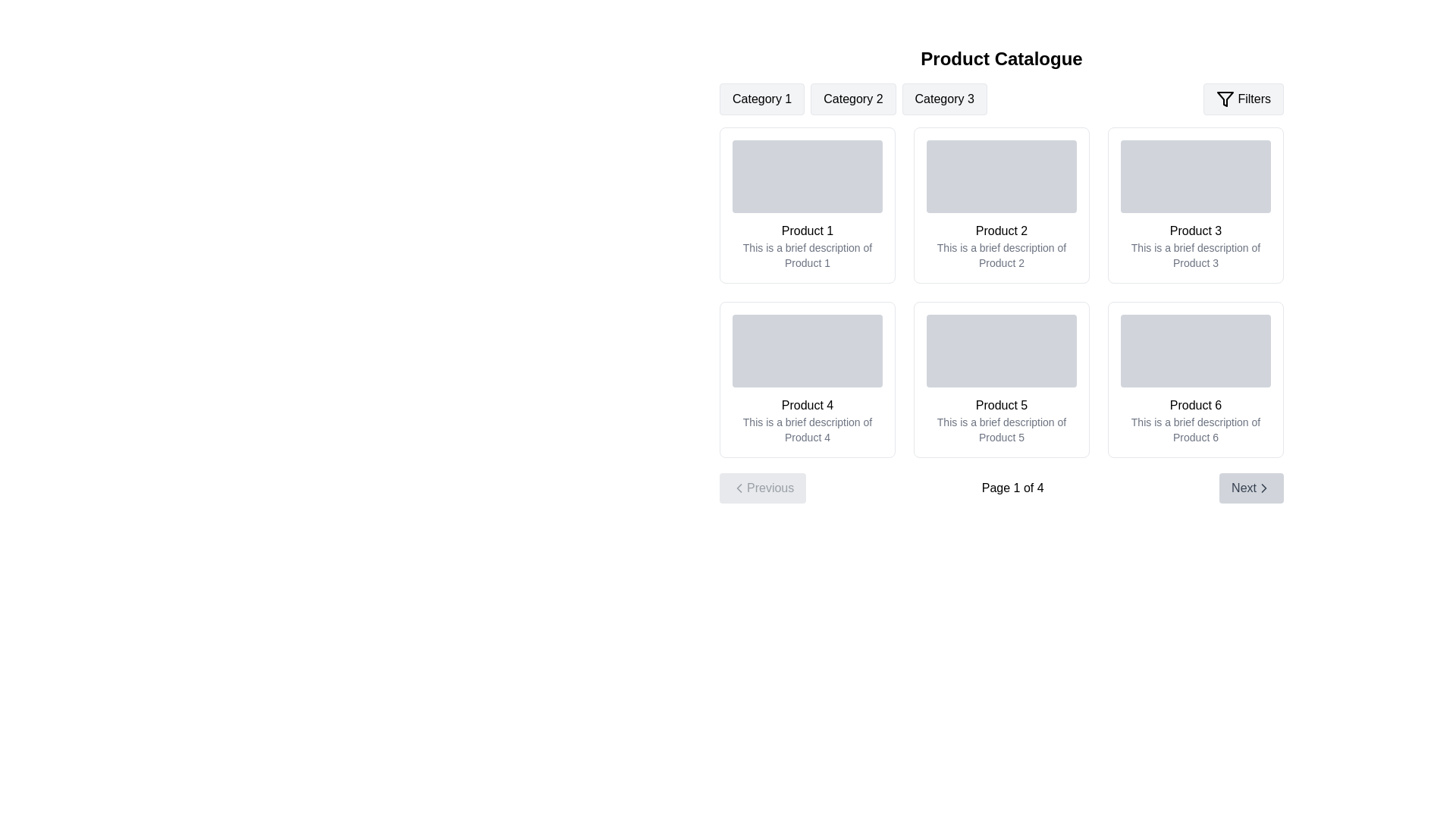 Image resolution: width=1456 pixels, height=819 pixels. I want to click on product's name and description from the first card in the top left corner of the grid, which provides information about the product, so click(807, 205).